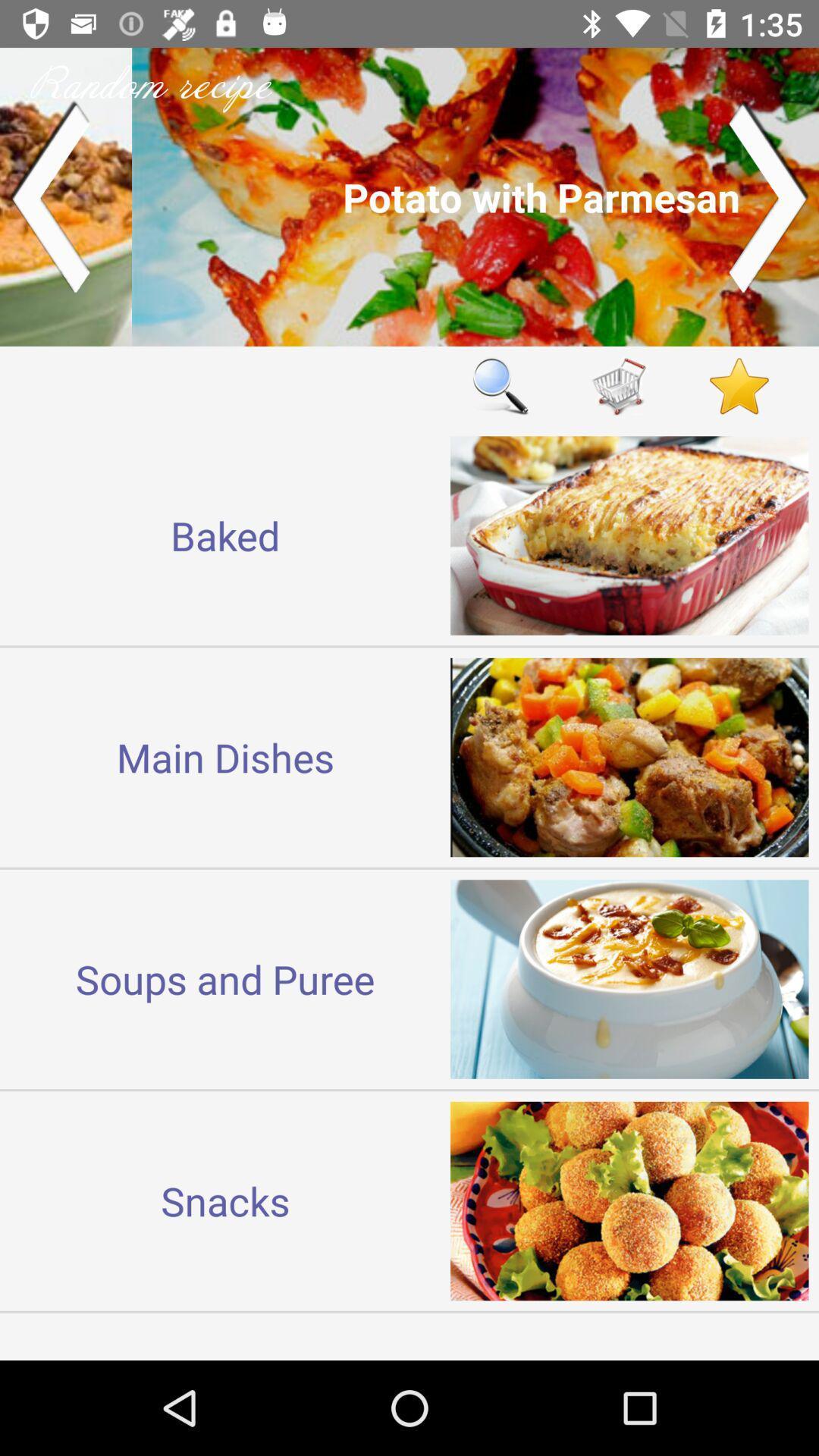  Describe the element at coordinates (769, 196) in the screenshot. I see `go forward` at that location.